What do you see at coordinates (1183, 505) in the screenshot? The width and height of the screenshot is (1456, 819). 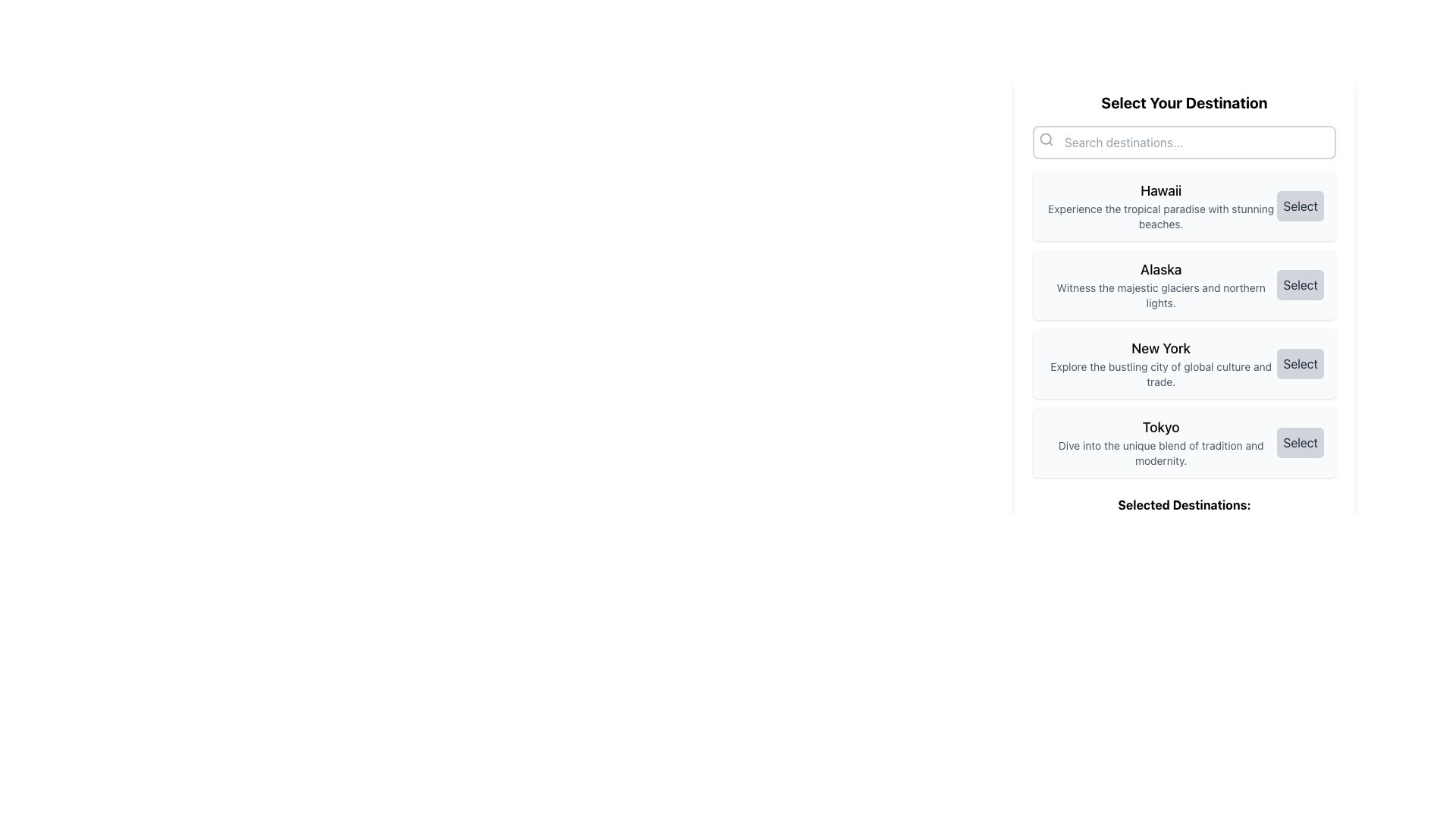 I see `the text element that serves as a label for the currently selected destinations, positioned centrally at the bottom of the interface` at bounding box center [1183, 505].